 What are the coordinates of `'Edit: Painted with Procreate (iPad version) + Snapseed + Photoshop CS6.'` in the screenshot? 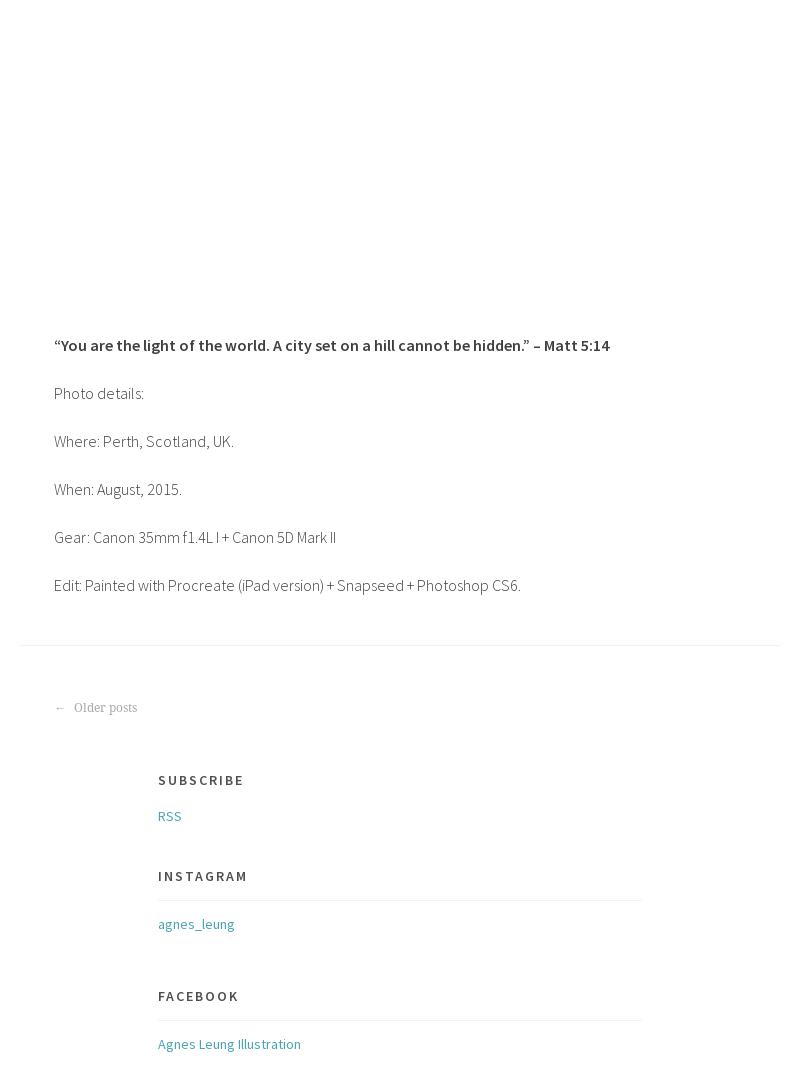 It's located at (287, 582).